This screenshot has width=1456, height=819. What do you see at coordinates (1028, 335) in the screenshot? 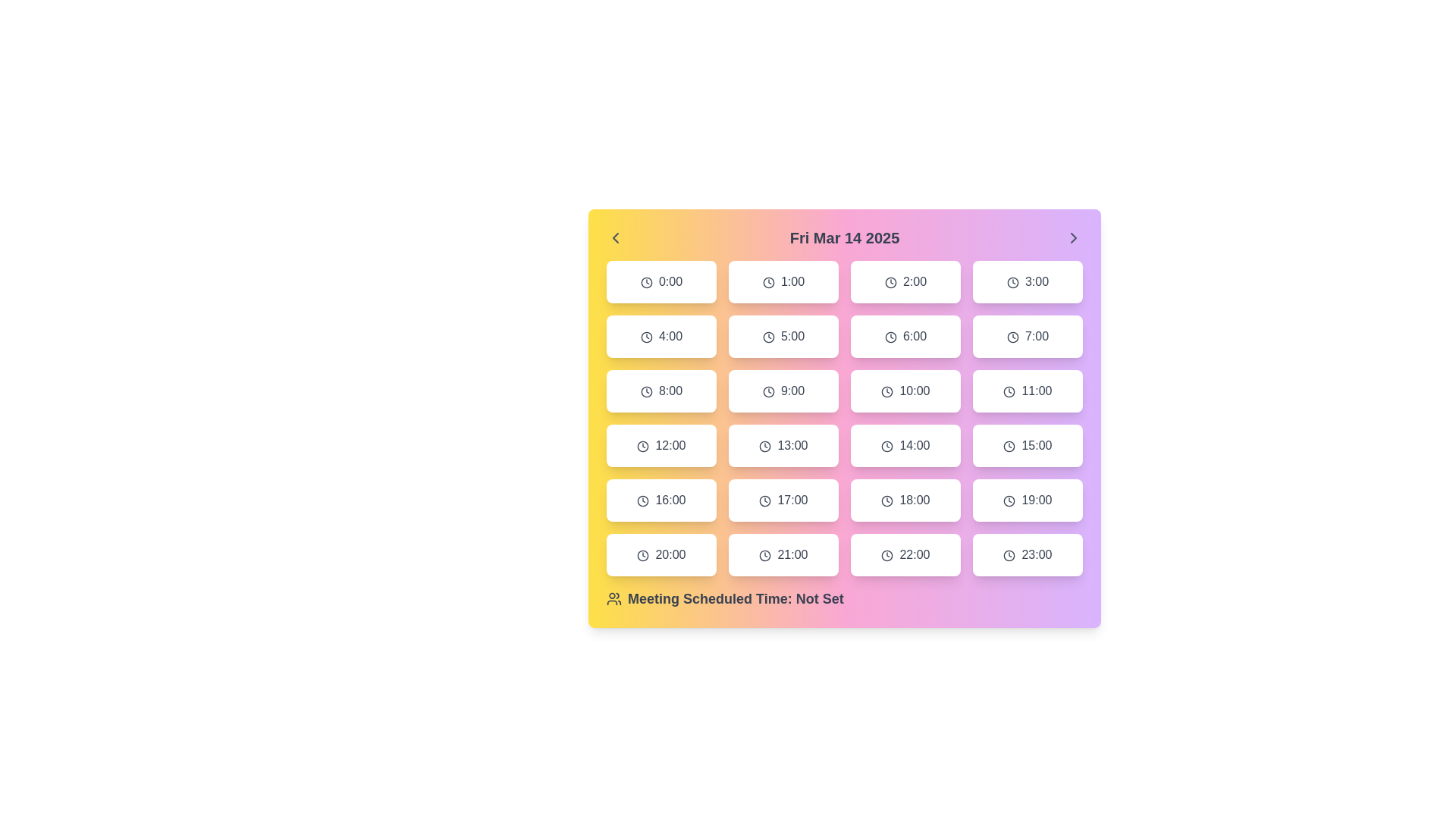
I see `the time slot selection button for '7:00' to confirm the selection` at bounding box center [1028, 335].